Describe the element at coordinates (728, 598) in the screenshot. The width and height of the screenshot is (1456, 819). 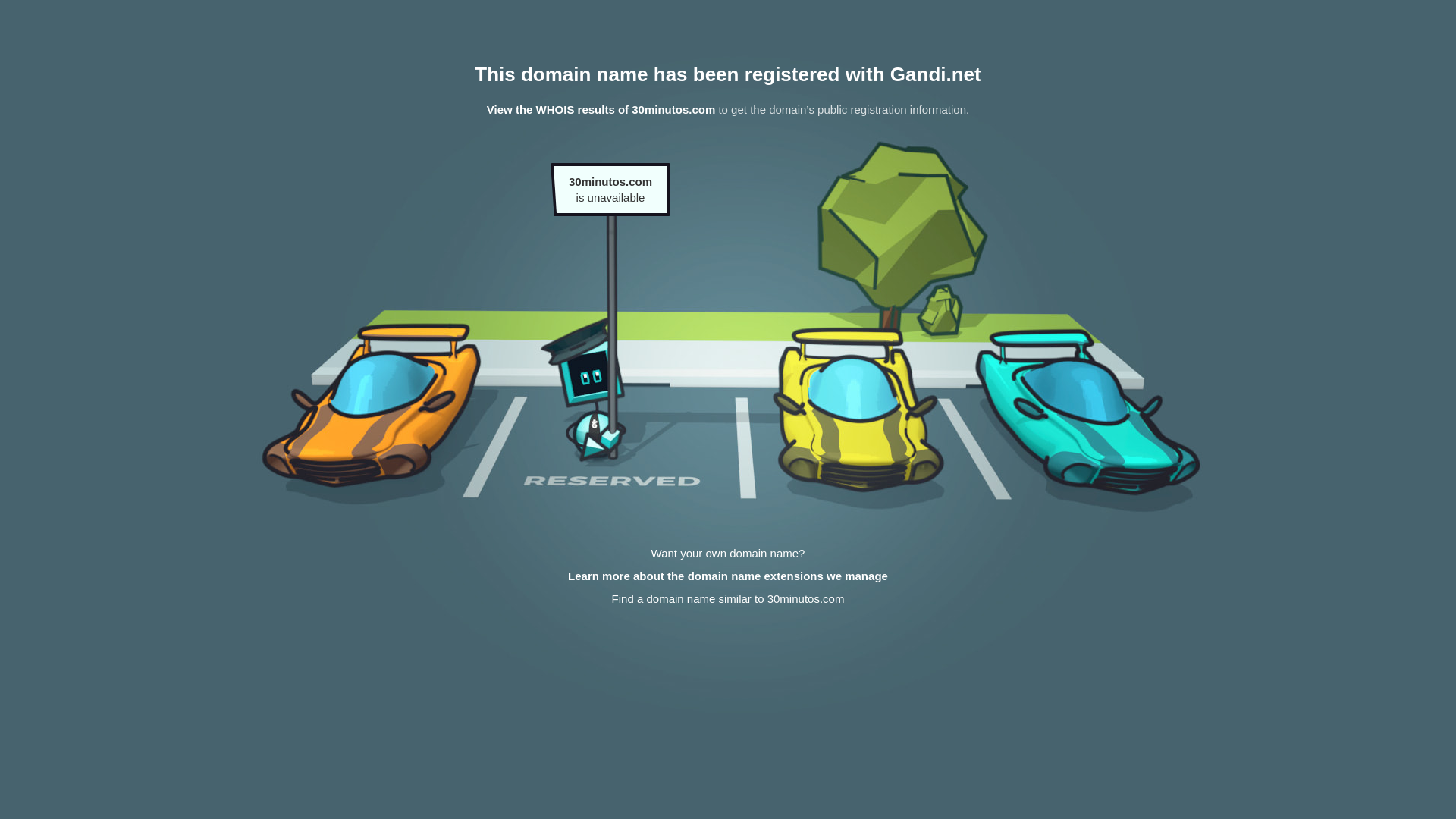
I see `'Find a domain name similar to 30minutos.com'` at that location.